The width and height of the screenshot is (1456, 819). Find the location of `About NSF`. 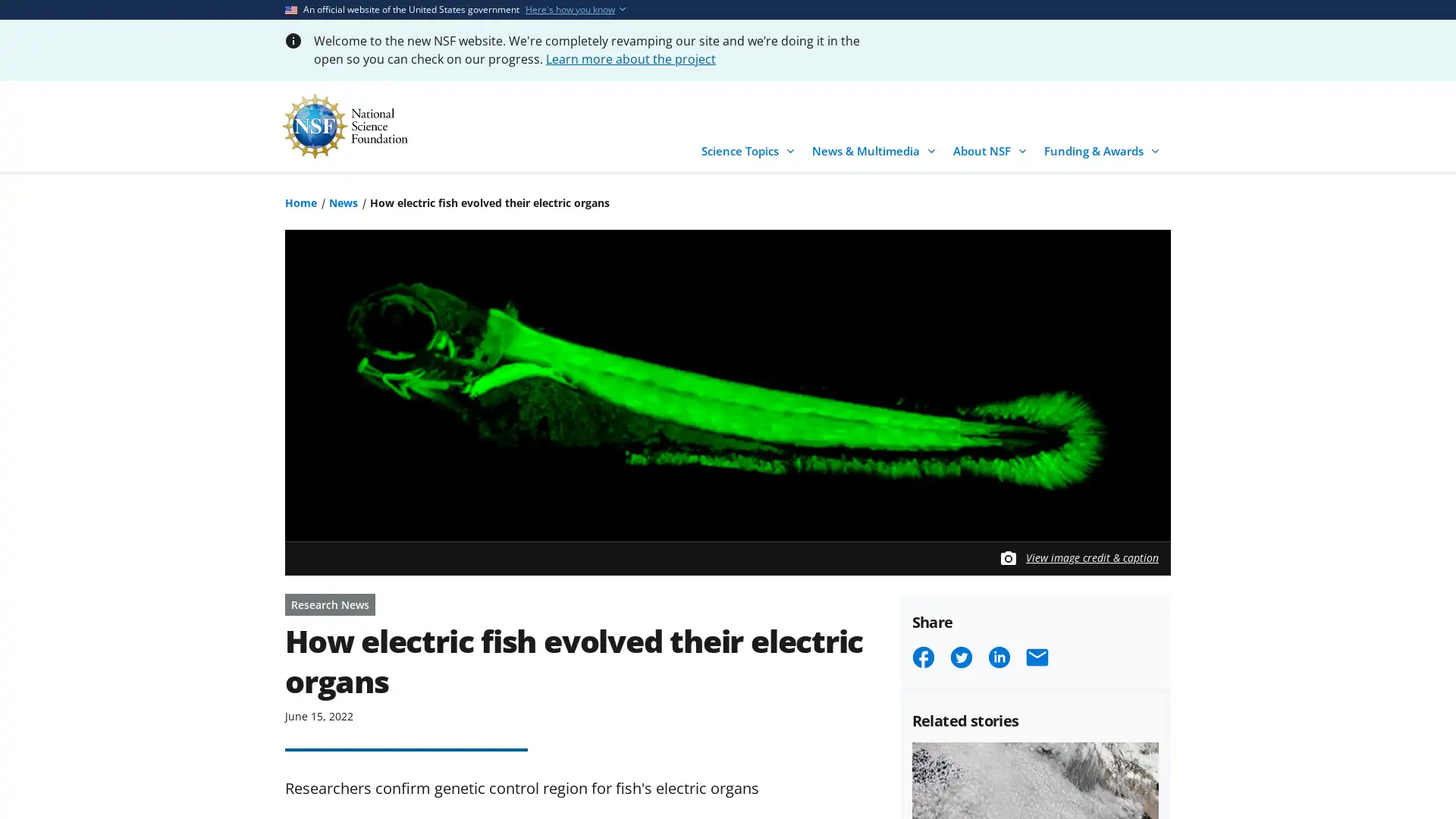

About NSF is located at coordinates (993, 146).